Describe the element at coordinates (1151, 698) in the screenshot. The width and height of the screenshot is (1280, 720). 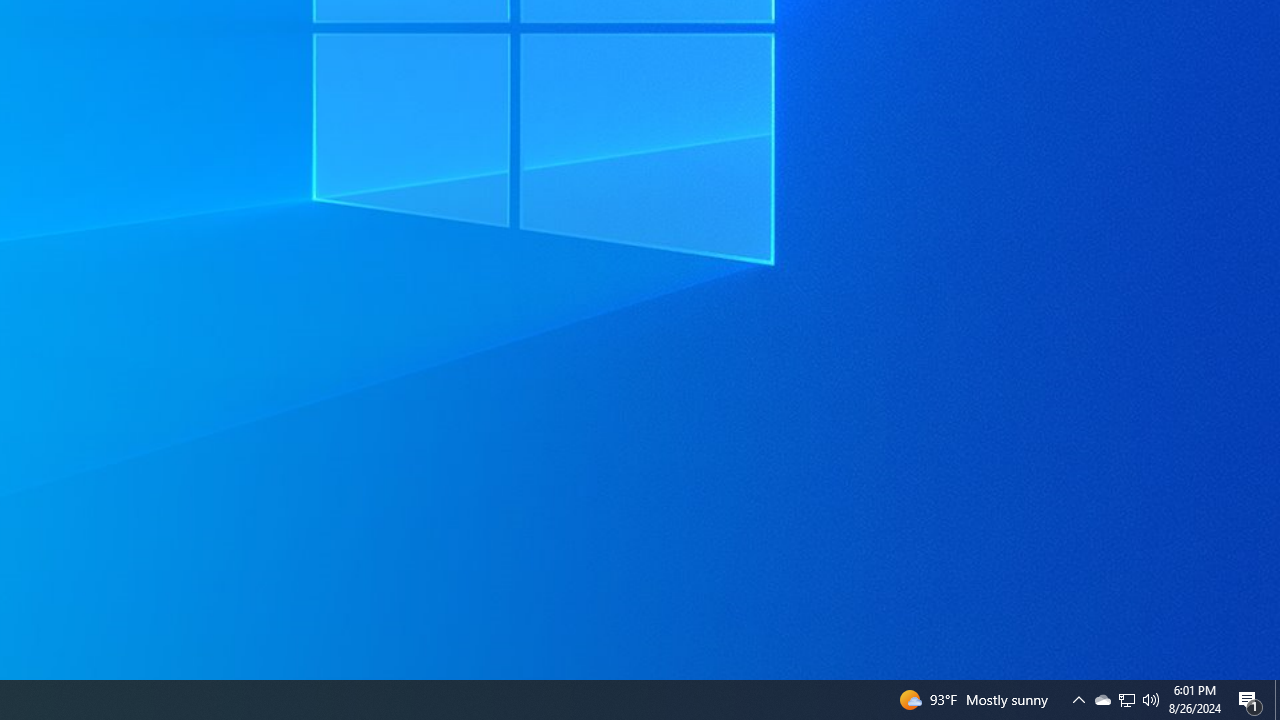
I see `'Q2790: 100%'` at that location.